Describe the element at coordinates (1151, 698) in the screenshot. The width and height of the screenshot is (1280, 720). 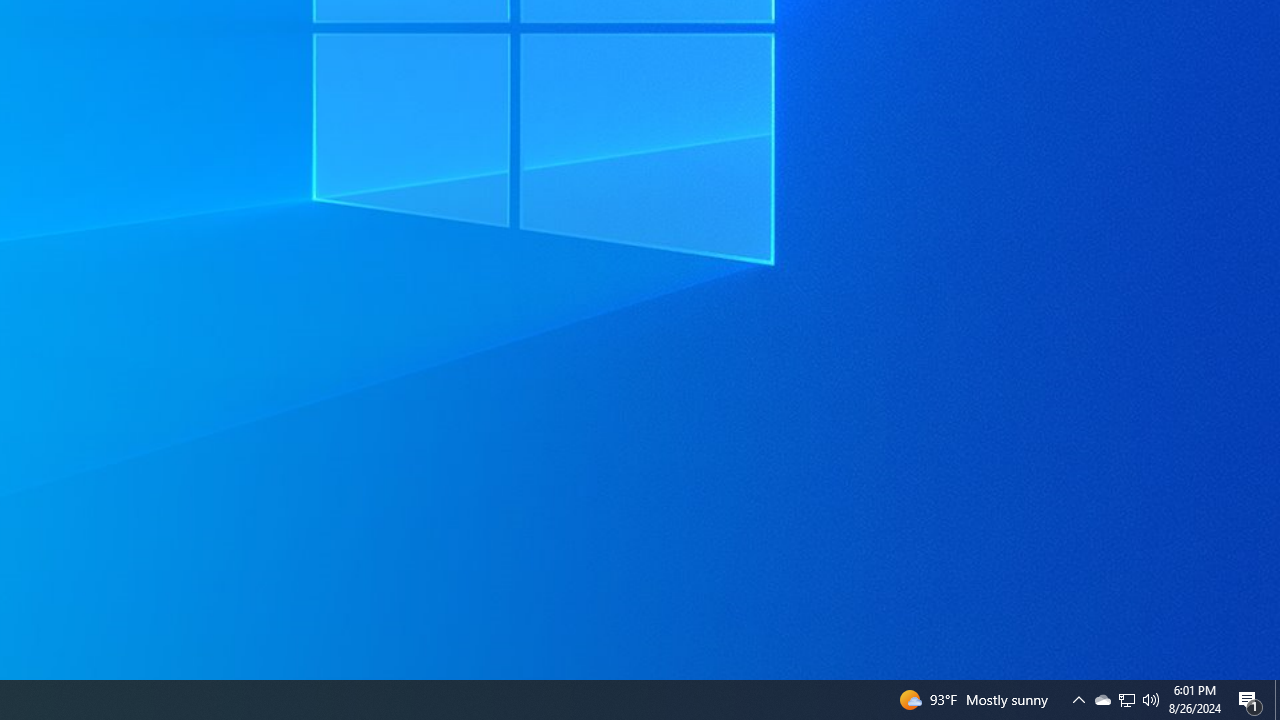
I see `'Q2790: 100%'` at that location.